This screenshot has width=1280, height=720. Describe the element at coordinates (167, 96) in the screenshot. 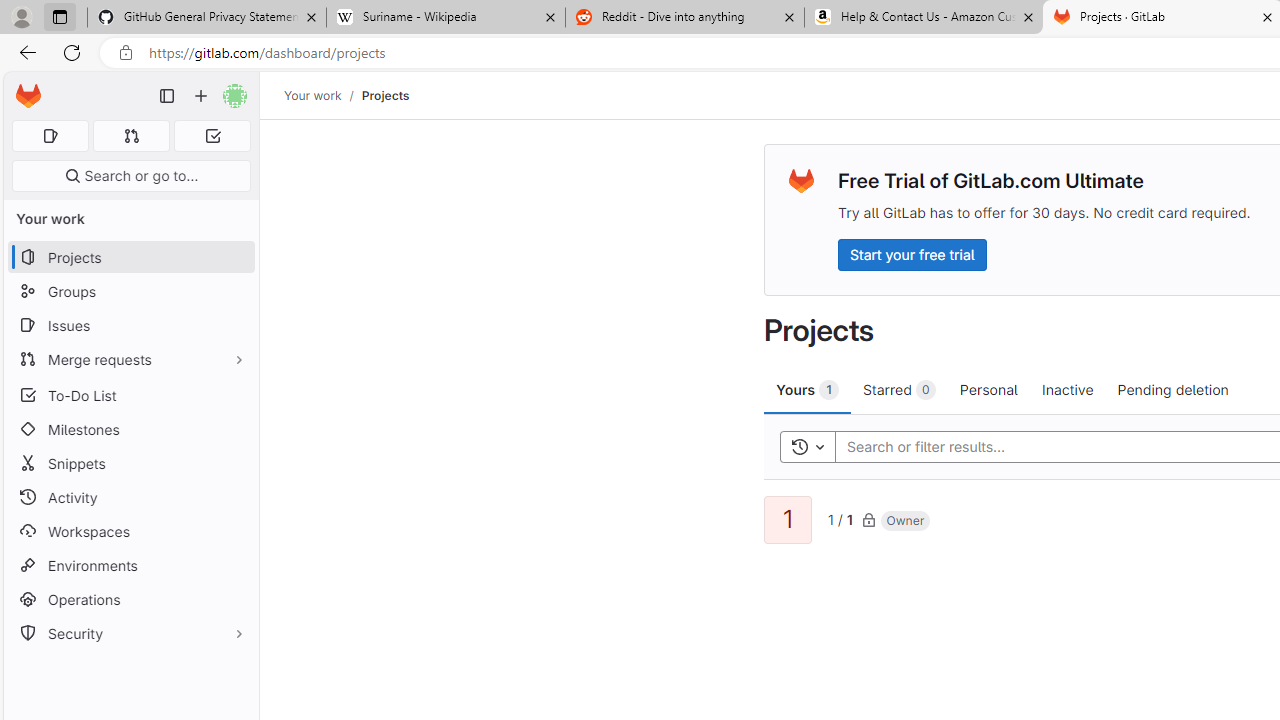

I see `'Primary navigation sidebar'` at that location.